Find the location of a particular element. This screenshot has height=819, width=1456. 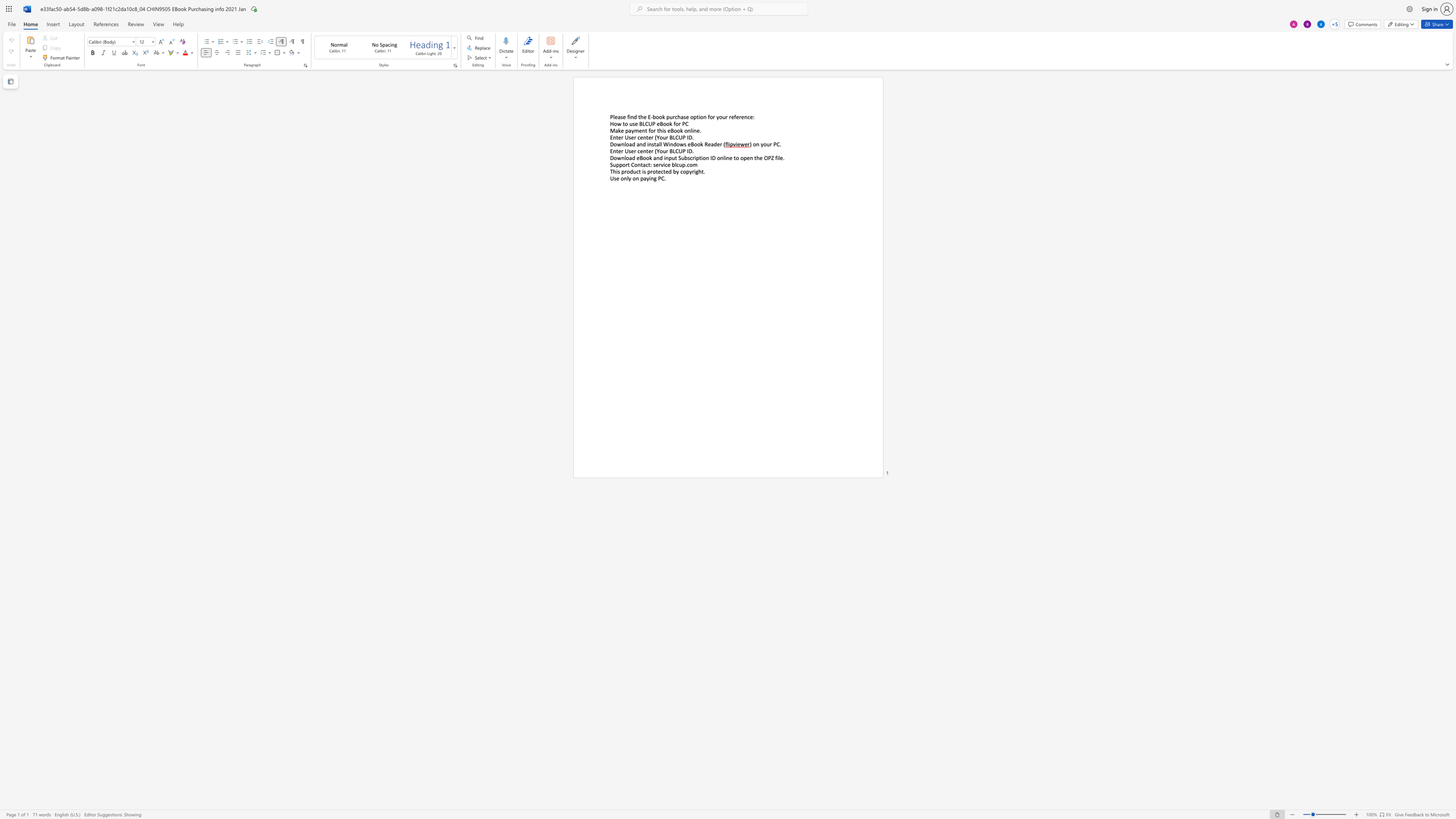

the subset text "on" within the text "Make payment for this eBook online." is located at coordinates (684, 130).